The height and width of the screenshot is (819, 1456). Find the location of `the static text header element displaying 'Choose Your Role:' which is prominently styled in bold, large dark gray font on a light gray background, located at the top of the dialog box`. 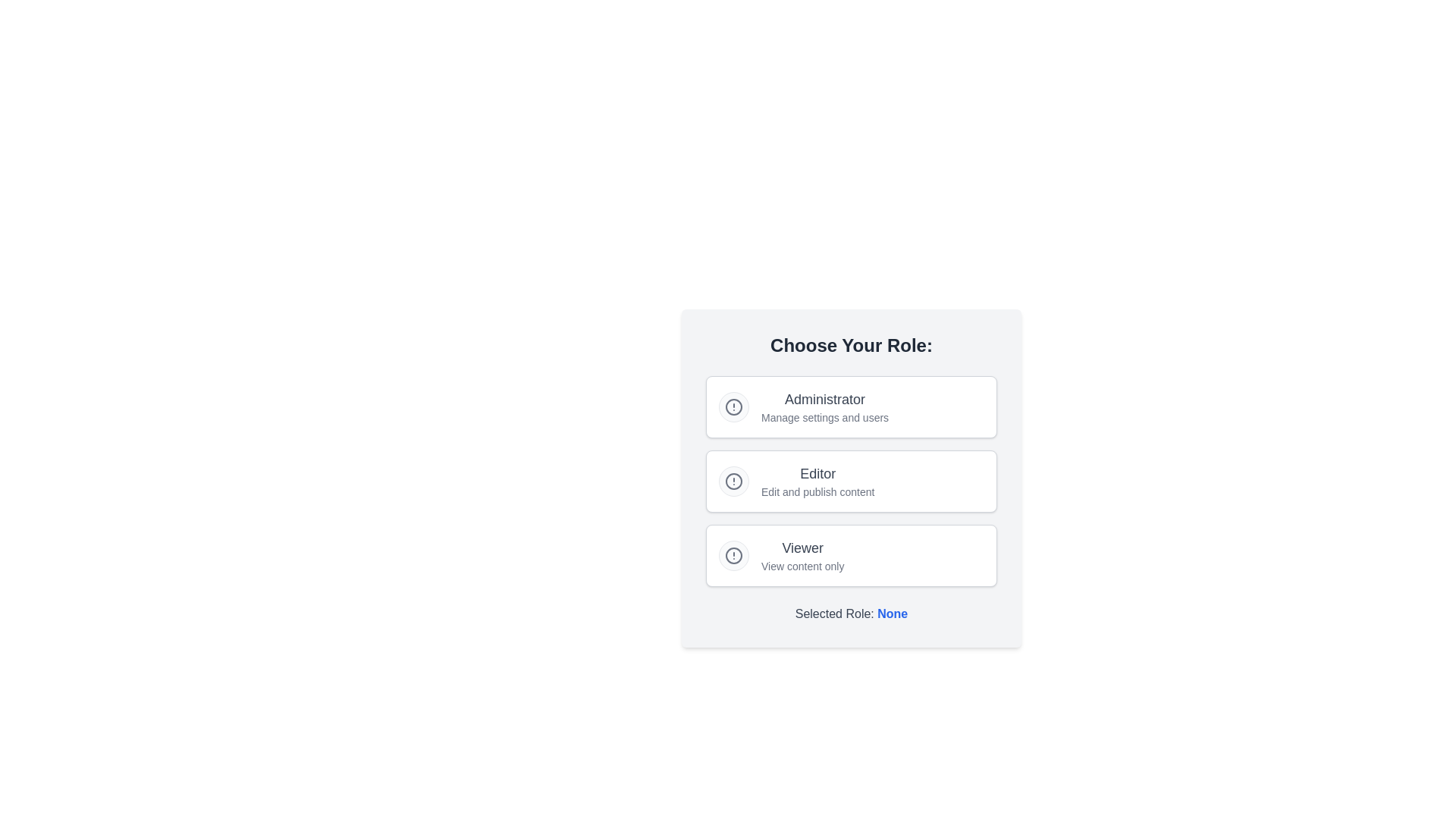

the static text header element displaying 'Choose Your Role:' which is prominently styled in bold, large dark gray font on a light gray background, located at the top of the dialog box is located at coordinates (852, 345).